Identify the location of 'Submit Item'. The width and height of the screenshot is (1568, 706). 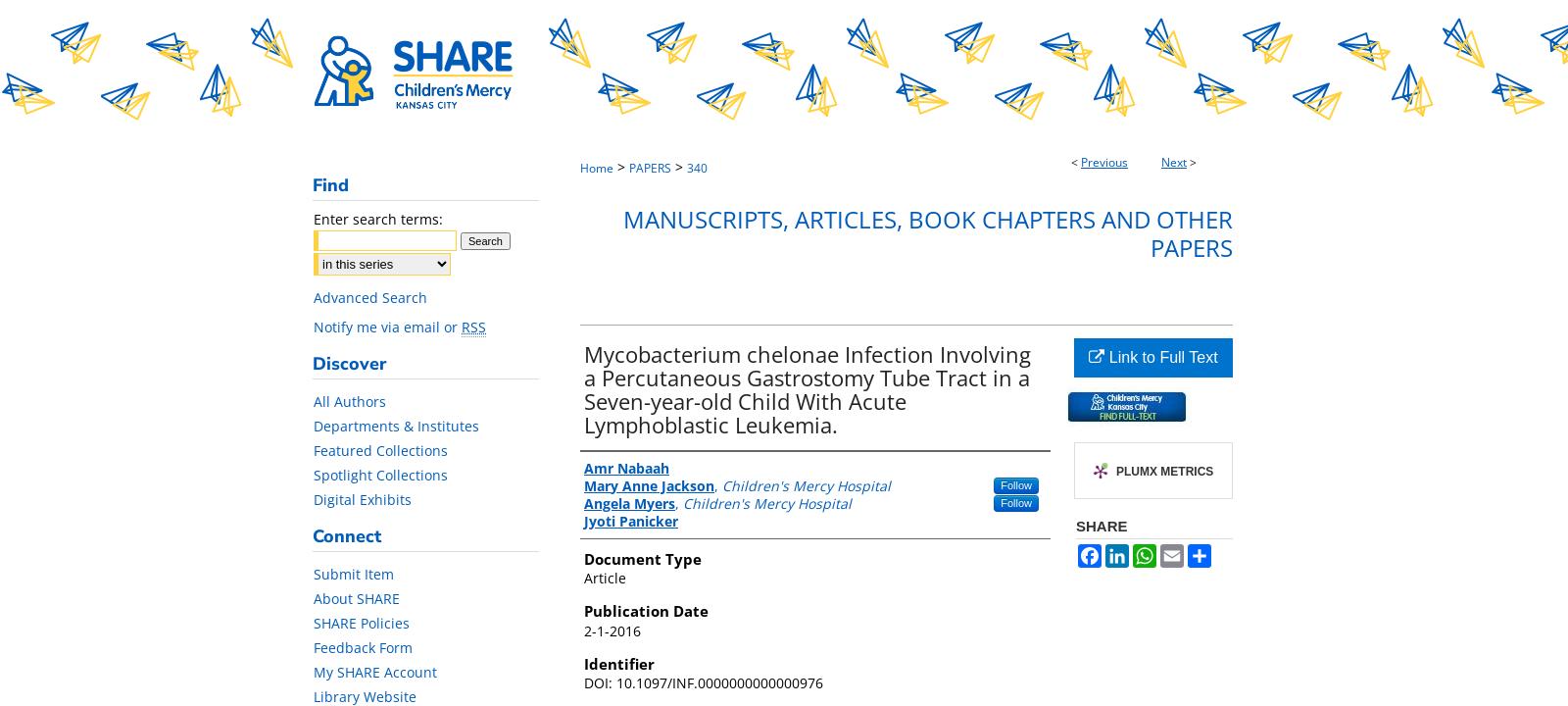
(353, 574).